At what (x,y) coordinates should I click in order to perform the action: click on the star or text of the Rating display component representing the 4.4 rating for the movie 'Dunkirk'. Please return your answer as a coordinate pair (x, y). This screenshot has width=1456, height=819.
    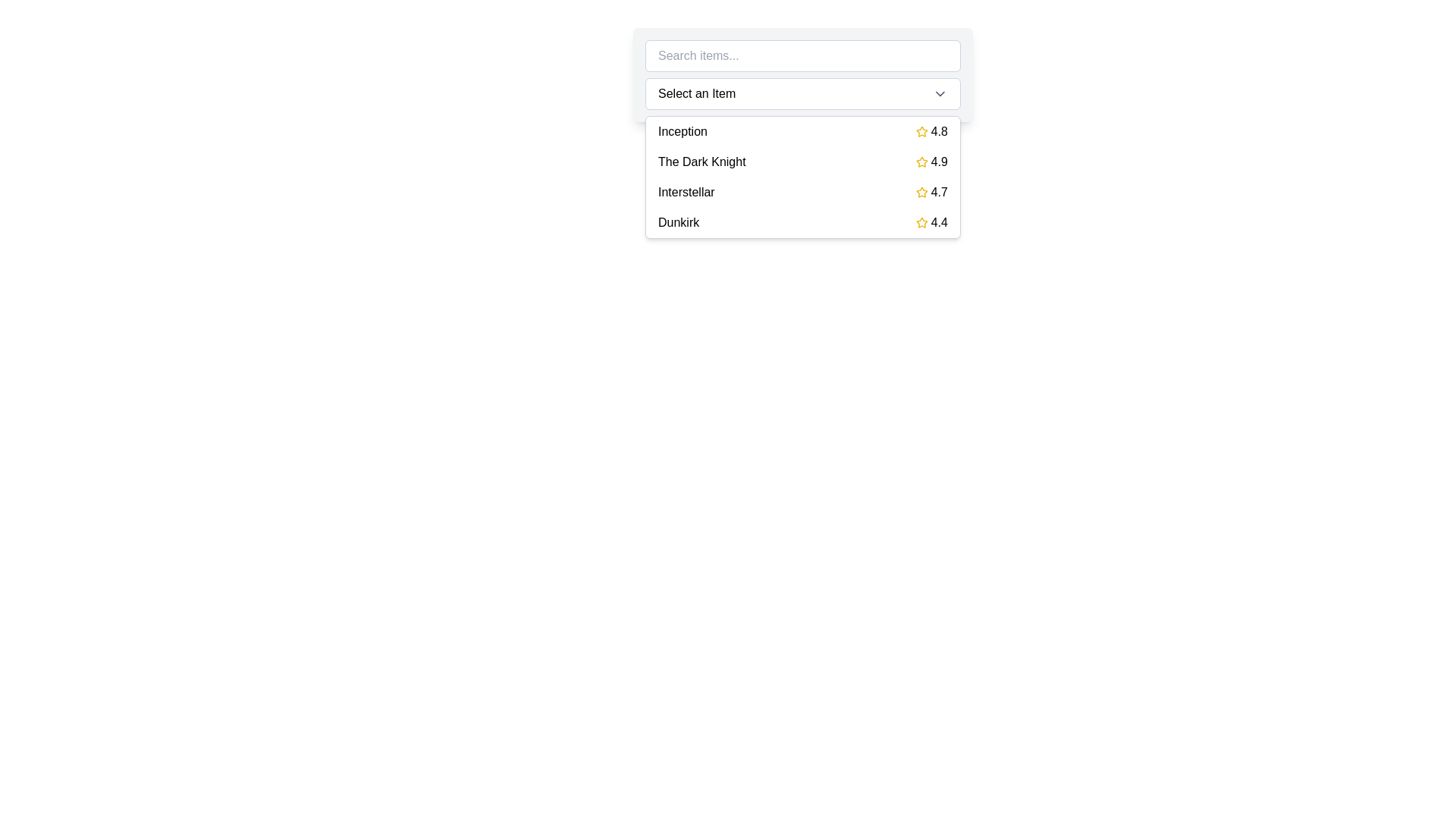
    Looking at the image, I should click on (930, 222).